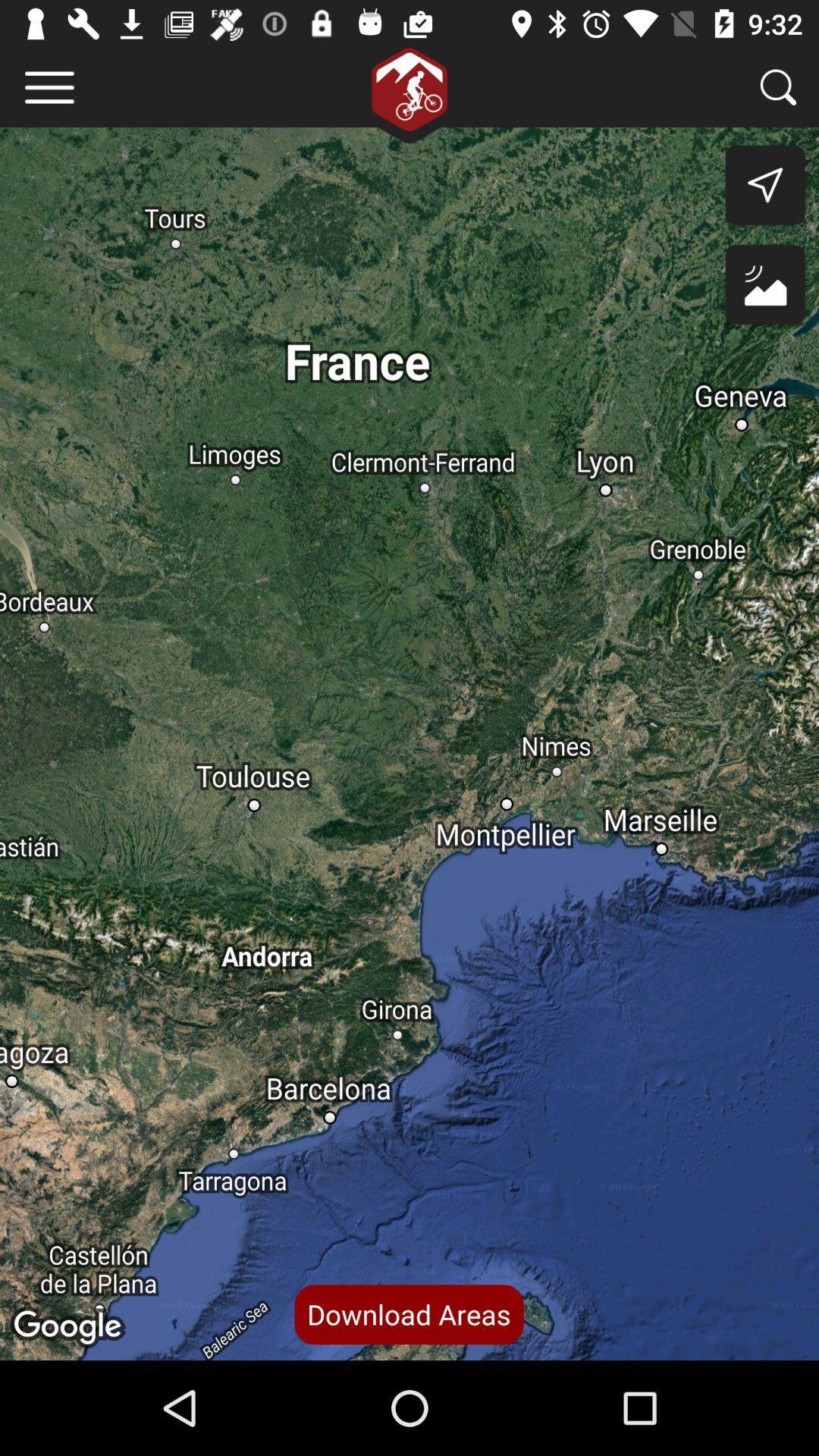 Image resolution: width=819 pixels, height=1456 pixels. I want to click on search button, so click(778, 86).